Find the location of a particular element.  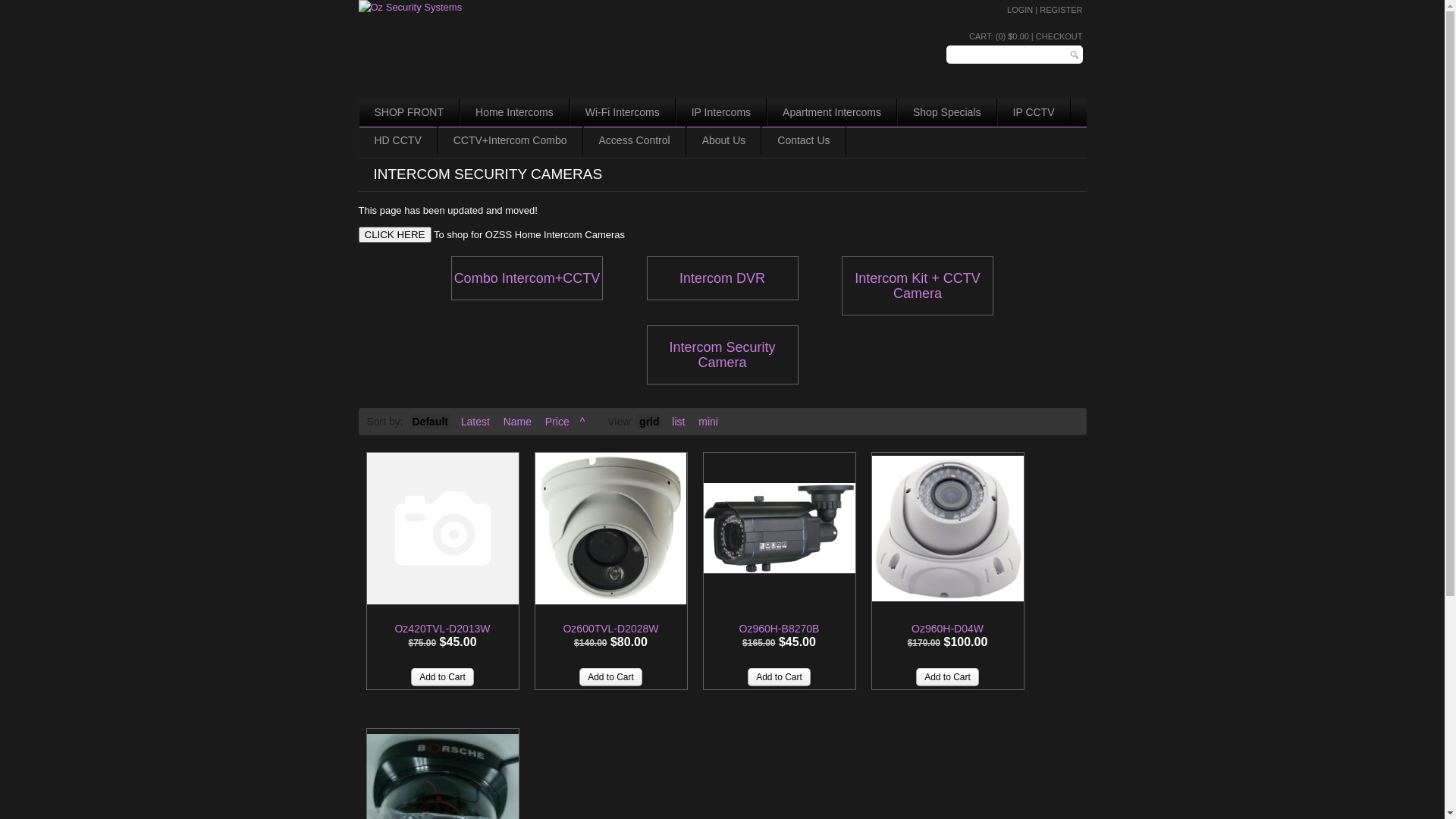

'Wi-Fi Intercoms' is located at coordinates (622, 111).